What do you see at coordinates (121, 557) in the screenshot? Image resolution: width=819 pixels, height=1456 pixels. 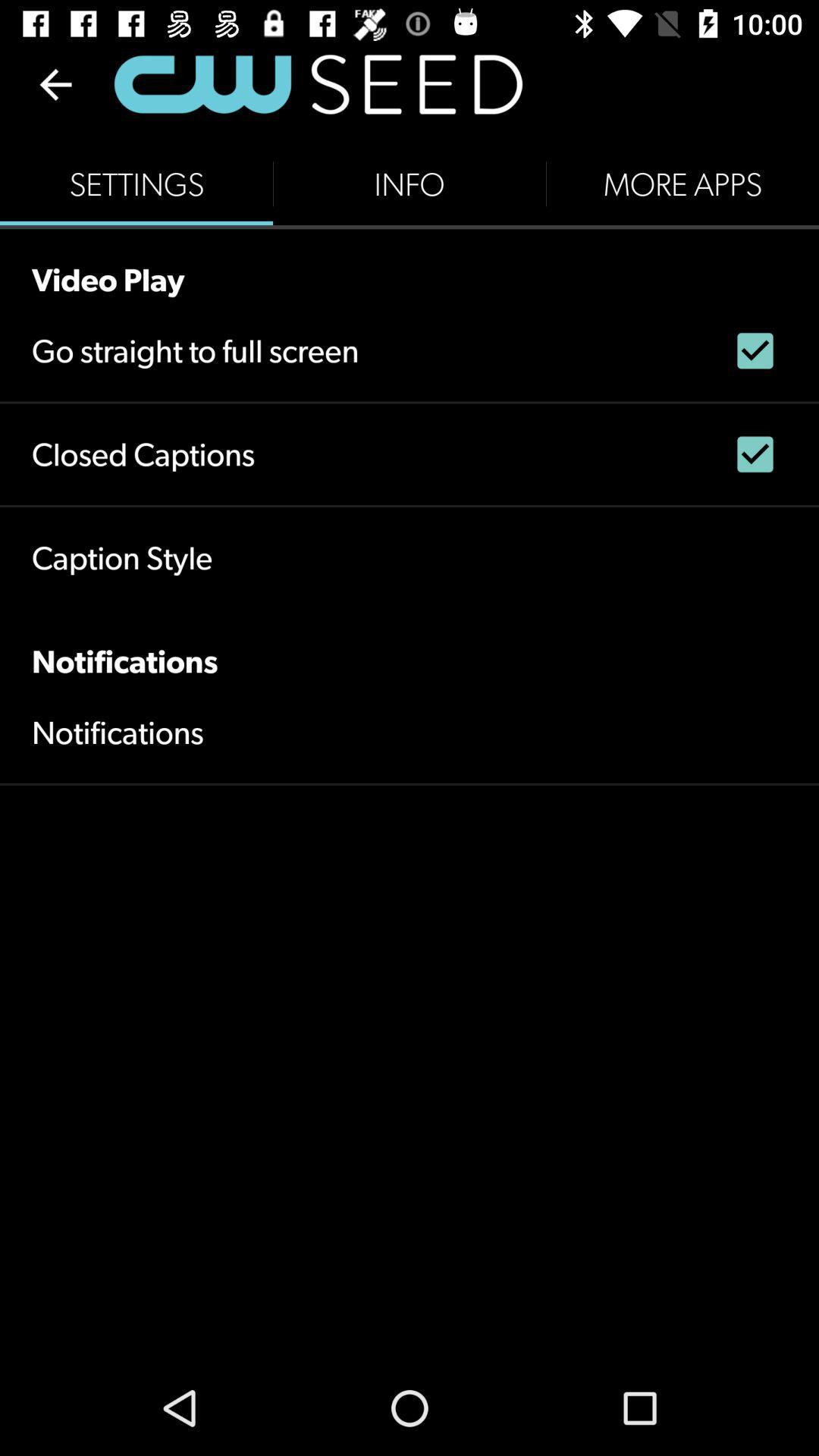 I see `the caption style icon` at bounding box center [121, 557].